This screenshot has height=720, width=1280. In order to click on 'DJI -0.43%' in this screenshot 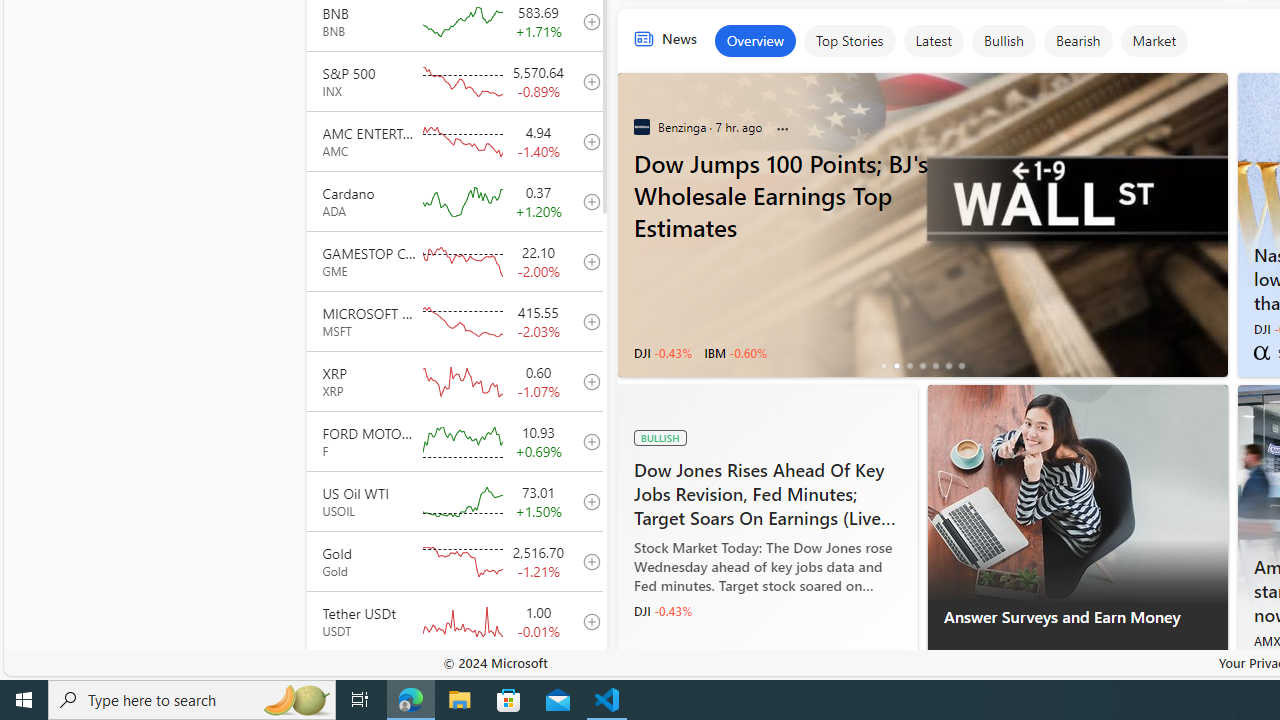, I will do `click(663, 610)`.